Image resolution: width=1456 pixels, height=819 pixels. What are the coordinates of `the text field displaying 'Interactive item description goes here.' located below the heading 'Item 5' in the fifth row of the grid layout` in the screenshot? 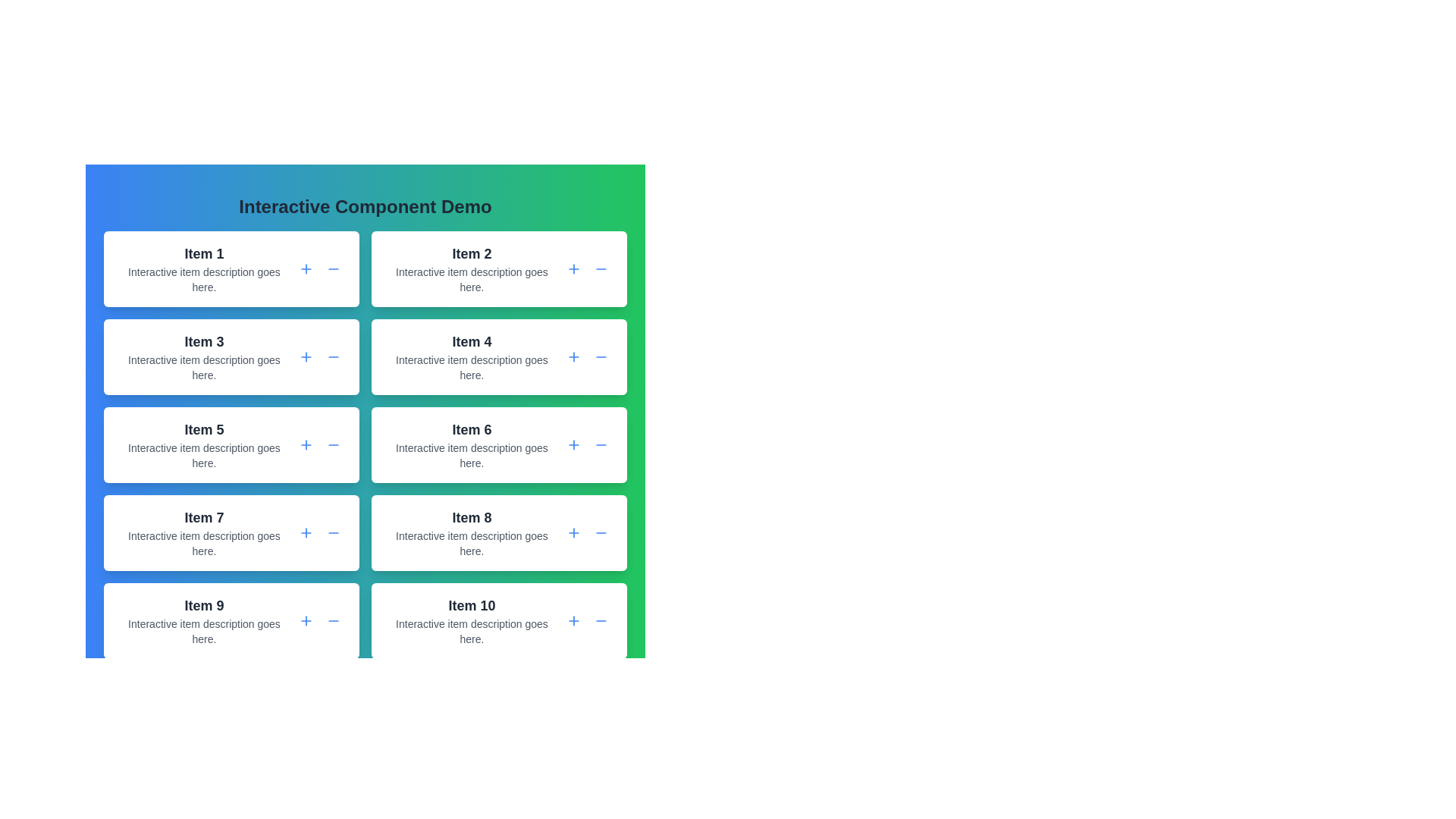 It's located at (203, 455).